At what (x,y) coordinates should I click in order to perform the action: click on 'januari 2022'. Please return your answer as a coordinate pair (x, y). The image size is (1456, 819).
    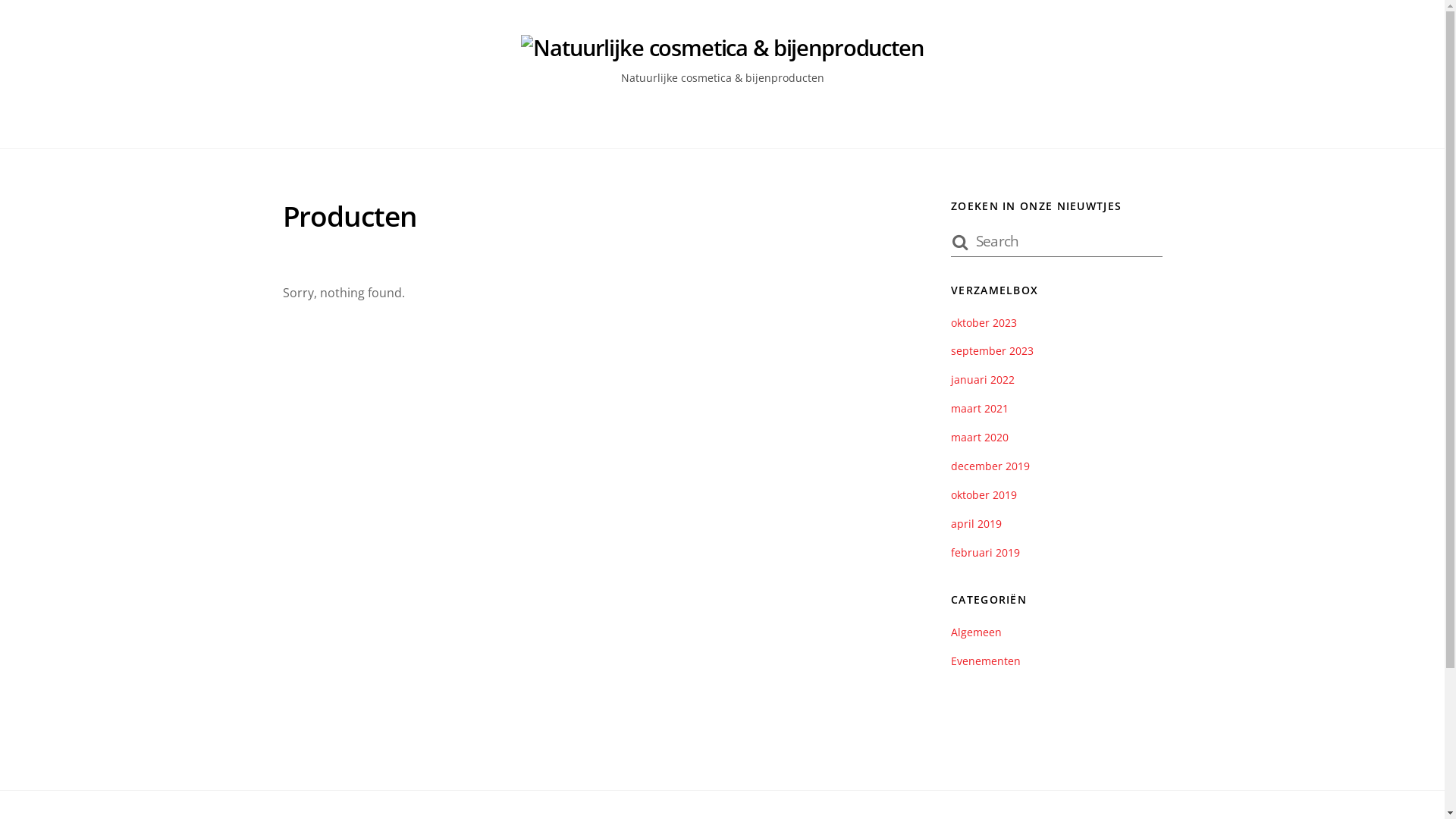
    Looking at the image, I should click on (983, 378).